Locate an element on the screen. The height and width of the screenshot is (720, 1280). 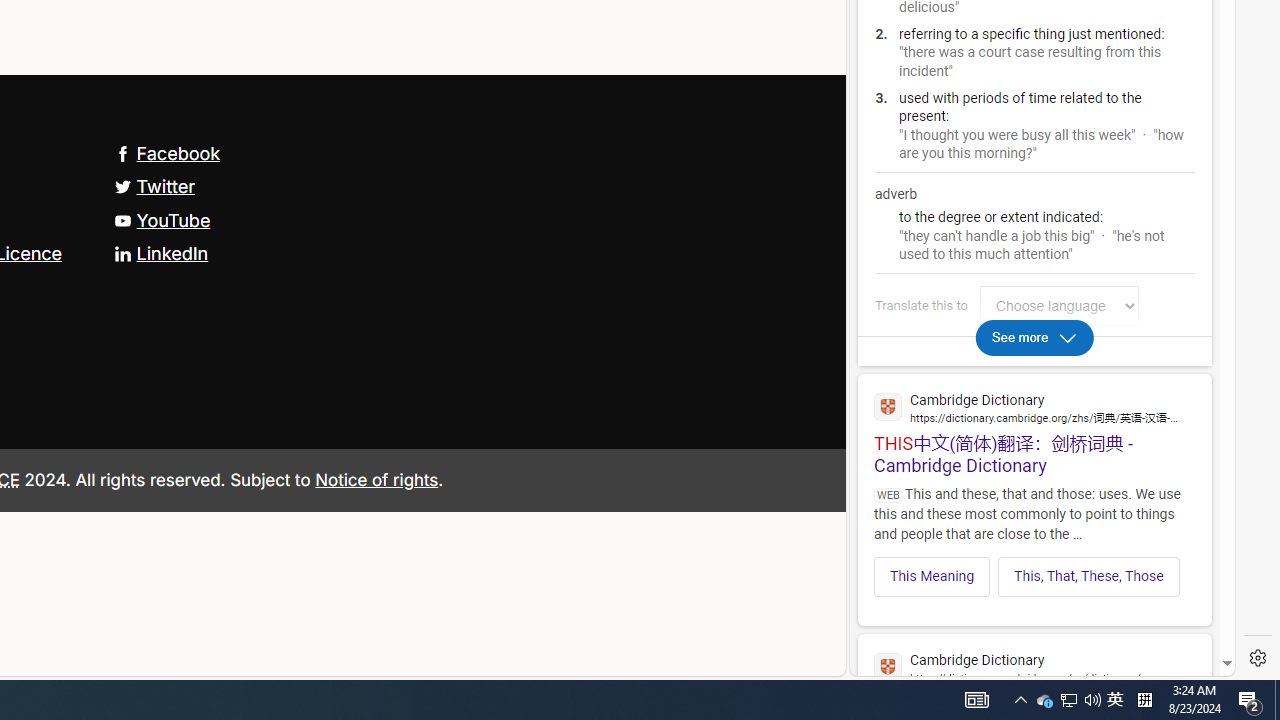
'Translate this to Choose language' is located at coordinates (1058, 305).